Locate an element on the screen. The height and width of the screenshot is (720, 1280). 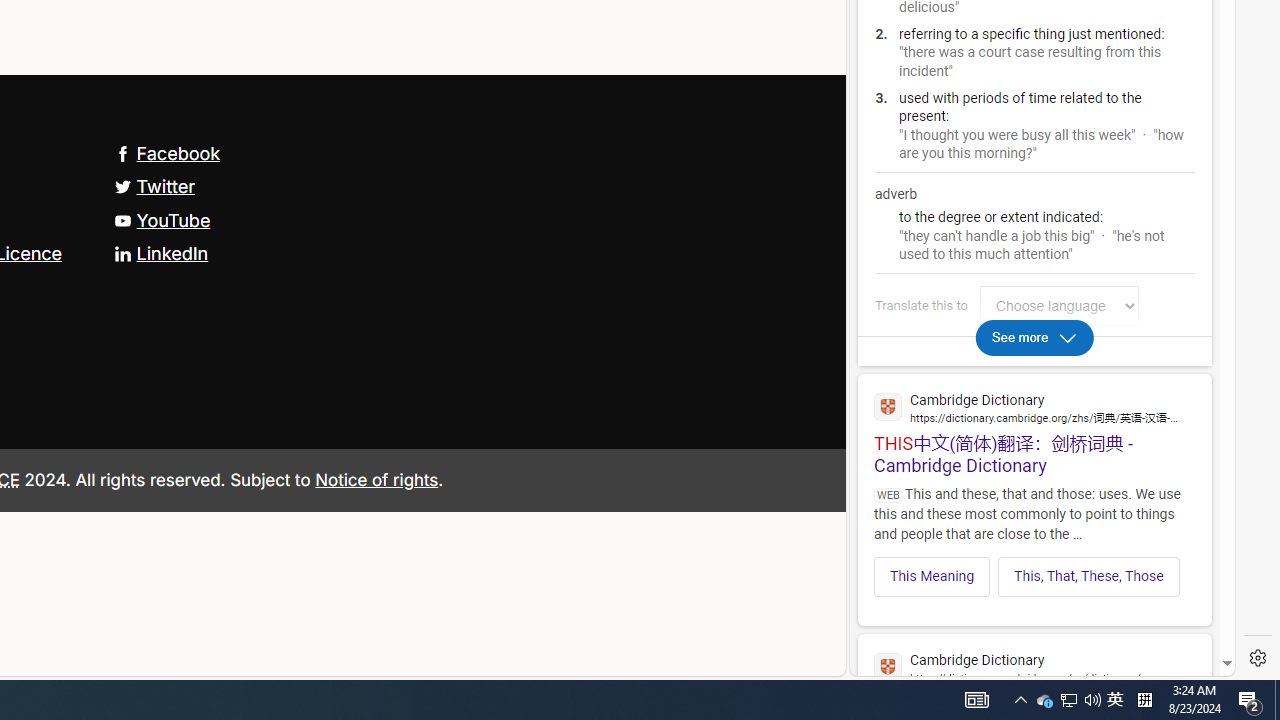
'Translate this to Choose language' is located at coordinates (1058, 305).